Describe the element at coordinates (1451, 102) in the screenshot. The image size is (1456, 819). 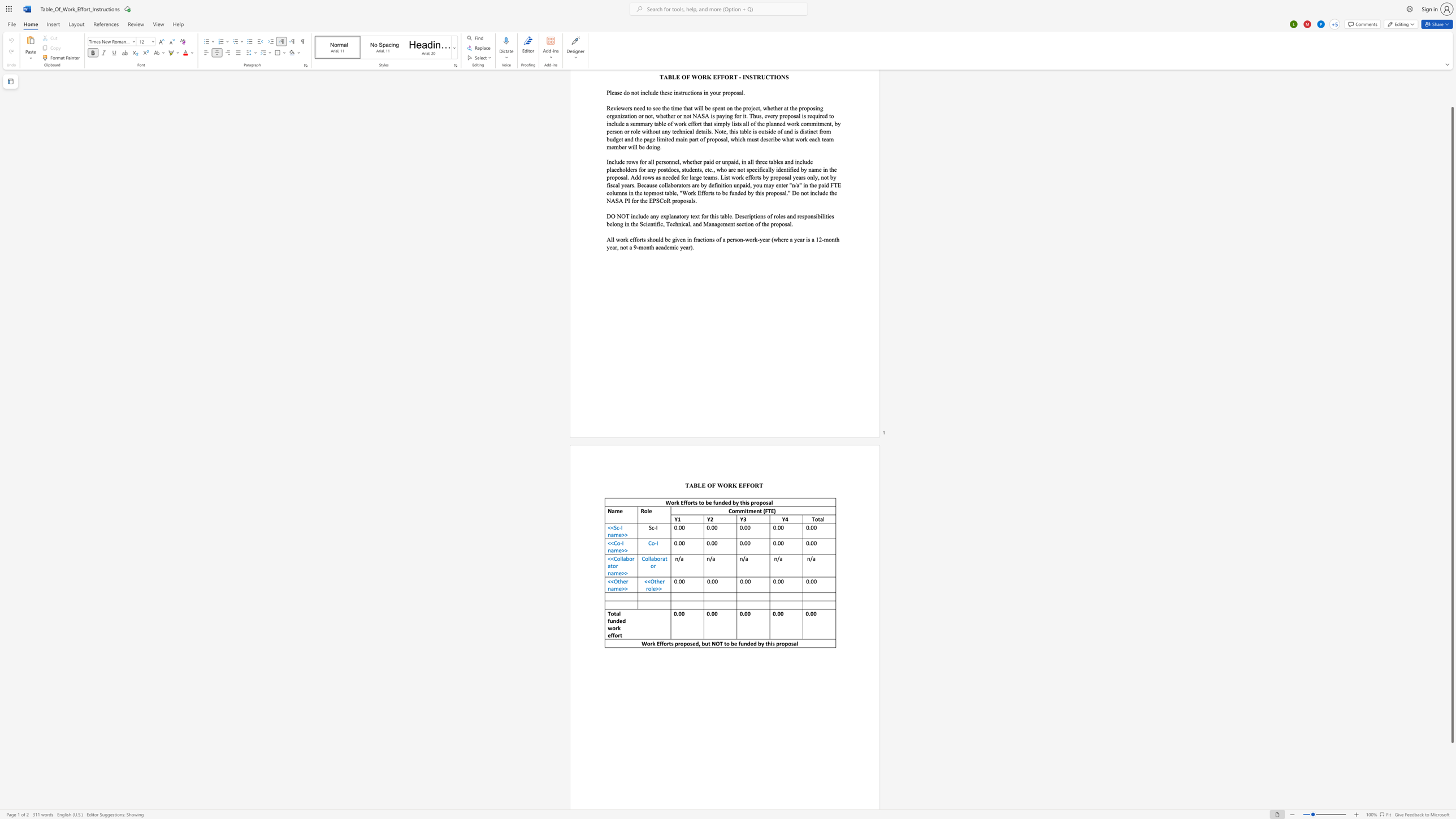
I see `the scrollbar to move the content higher` at that location.